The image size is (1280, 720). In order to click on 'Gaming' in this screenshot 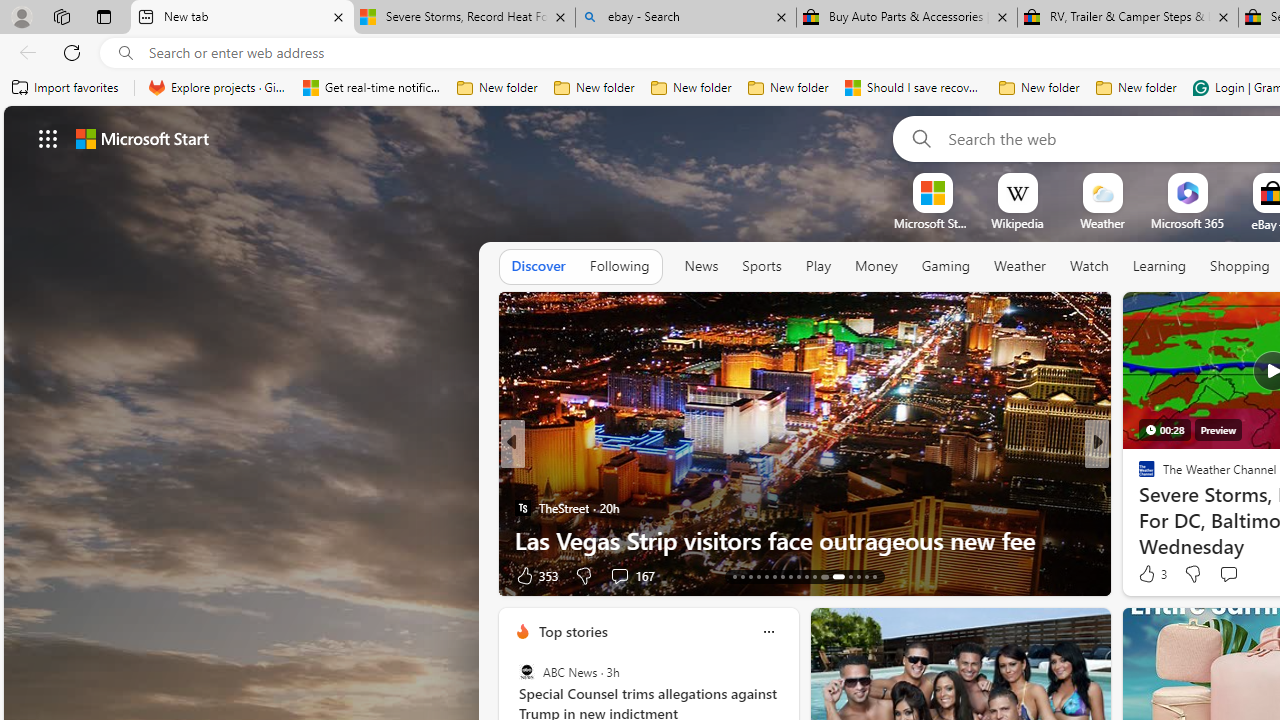, I will do `click(944, 265)`.